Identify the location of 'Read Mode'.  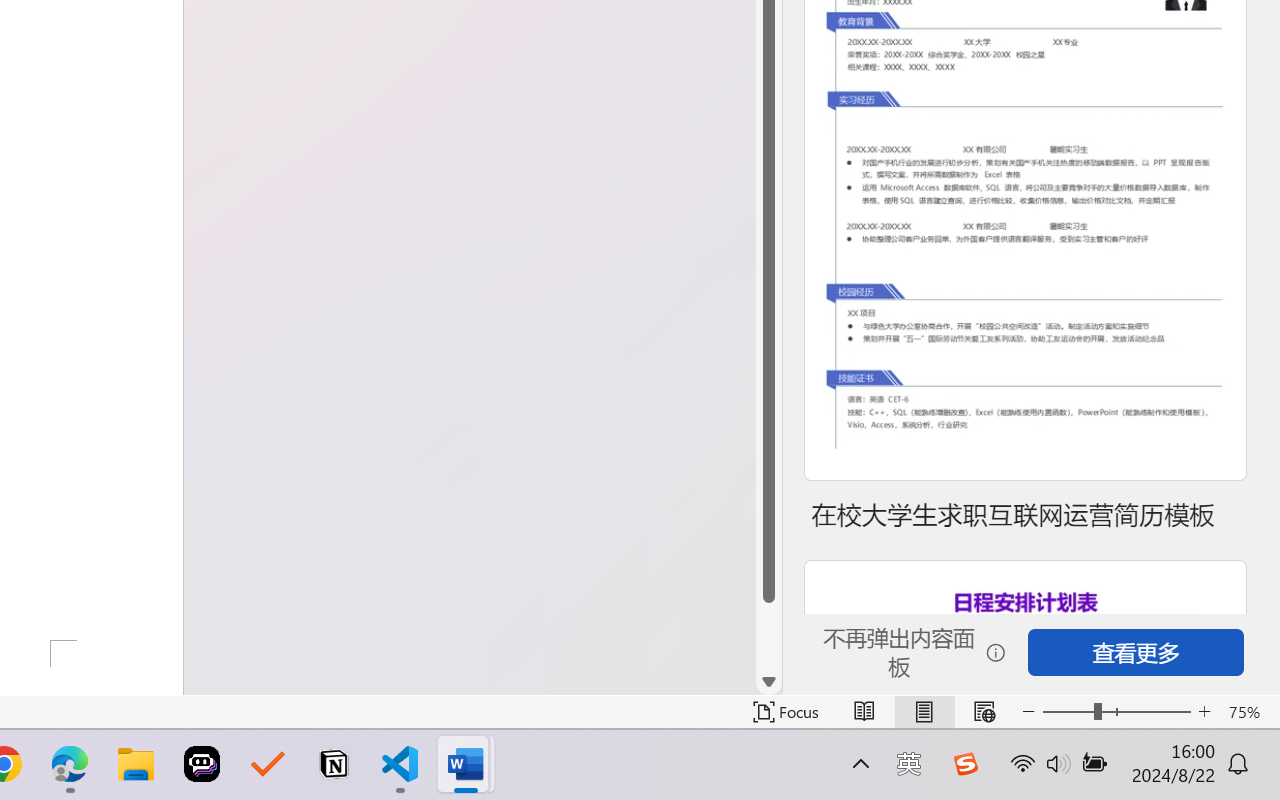
(864, 711).